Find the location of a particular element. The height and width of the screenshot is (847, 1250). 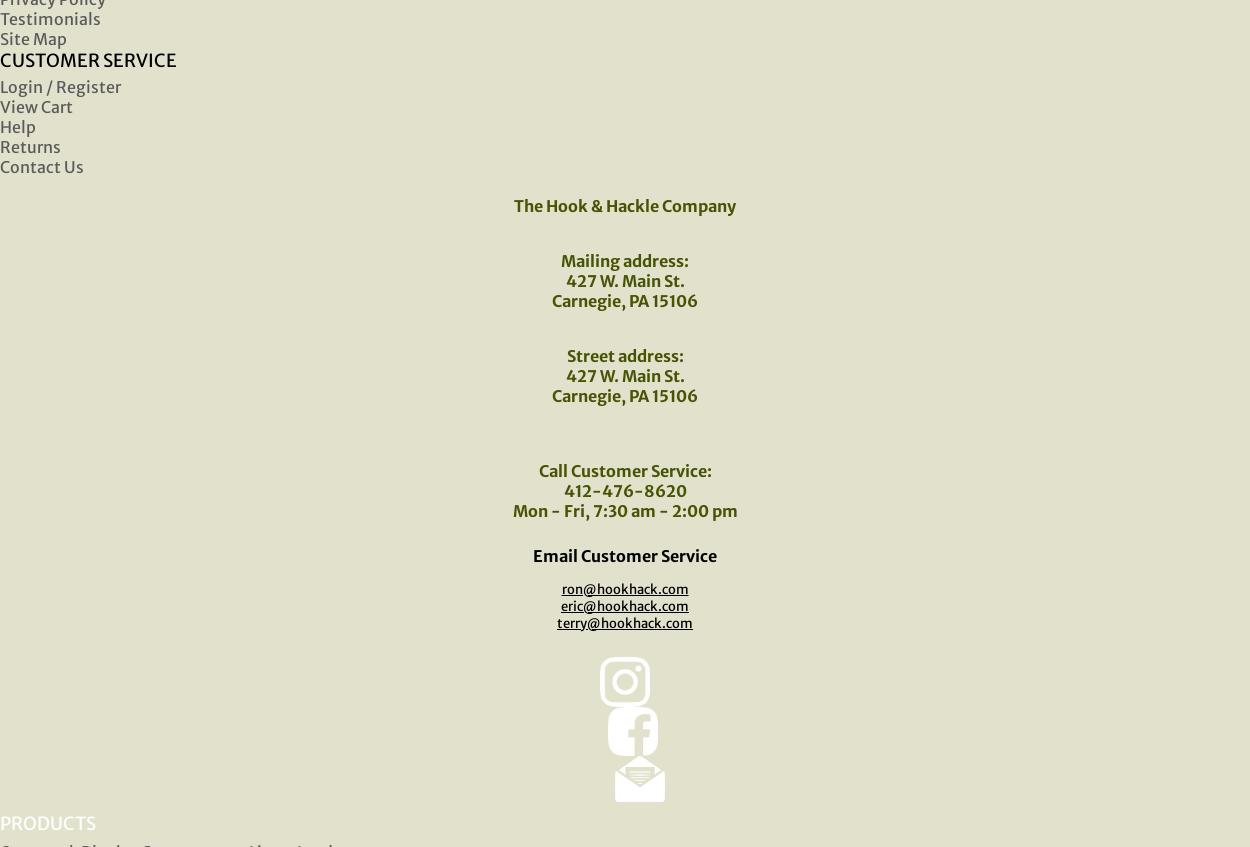

'PRODUCTS' is located at coordinates (47, 823).